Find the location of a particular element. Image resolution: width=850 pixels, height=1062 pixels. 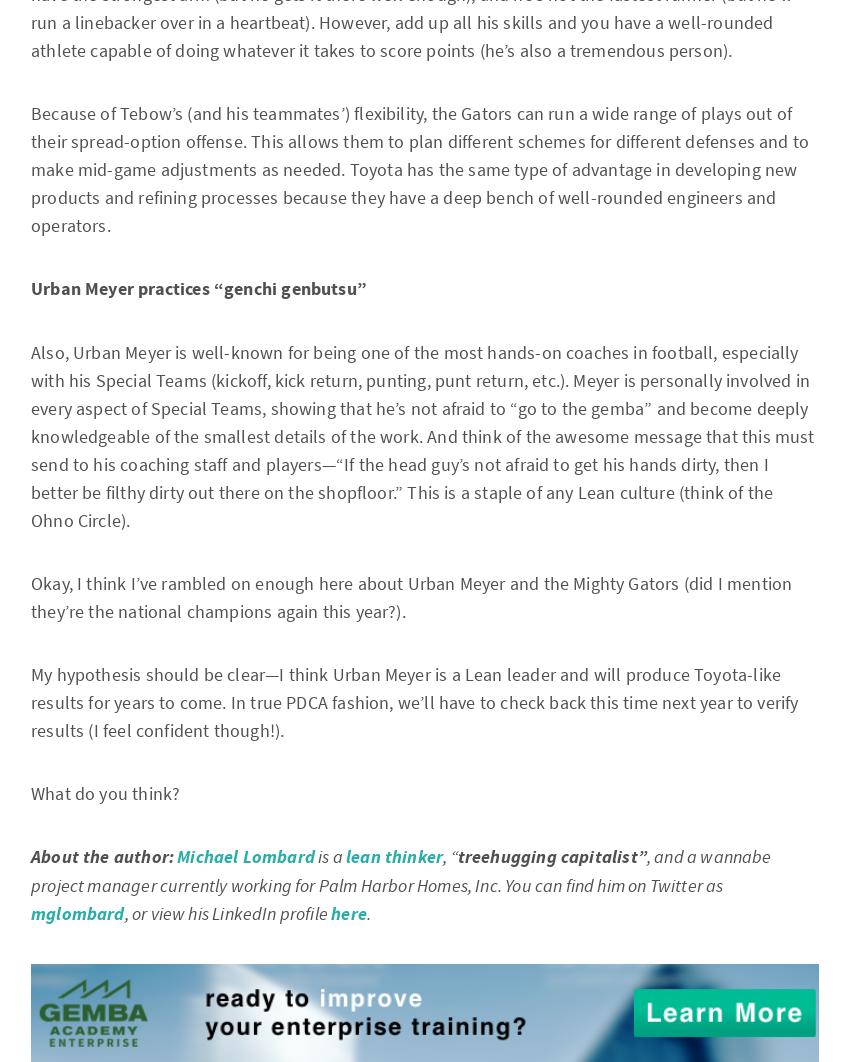

'About the author:' is located at coordinates (101, 856).